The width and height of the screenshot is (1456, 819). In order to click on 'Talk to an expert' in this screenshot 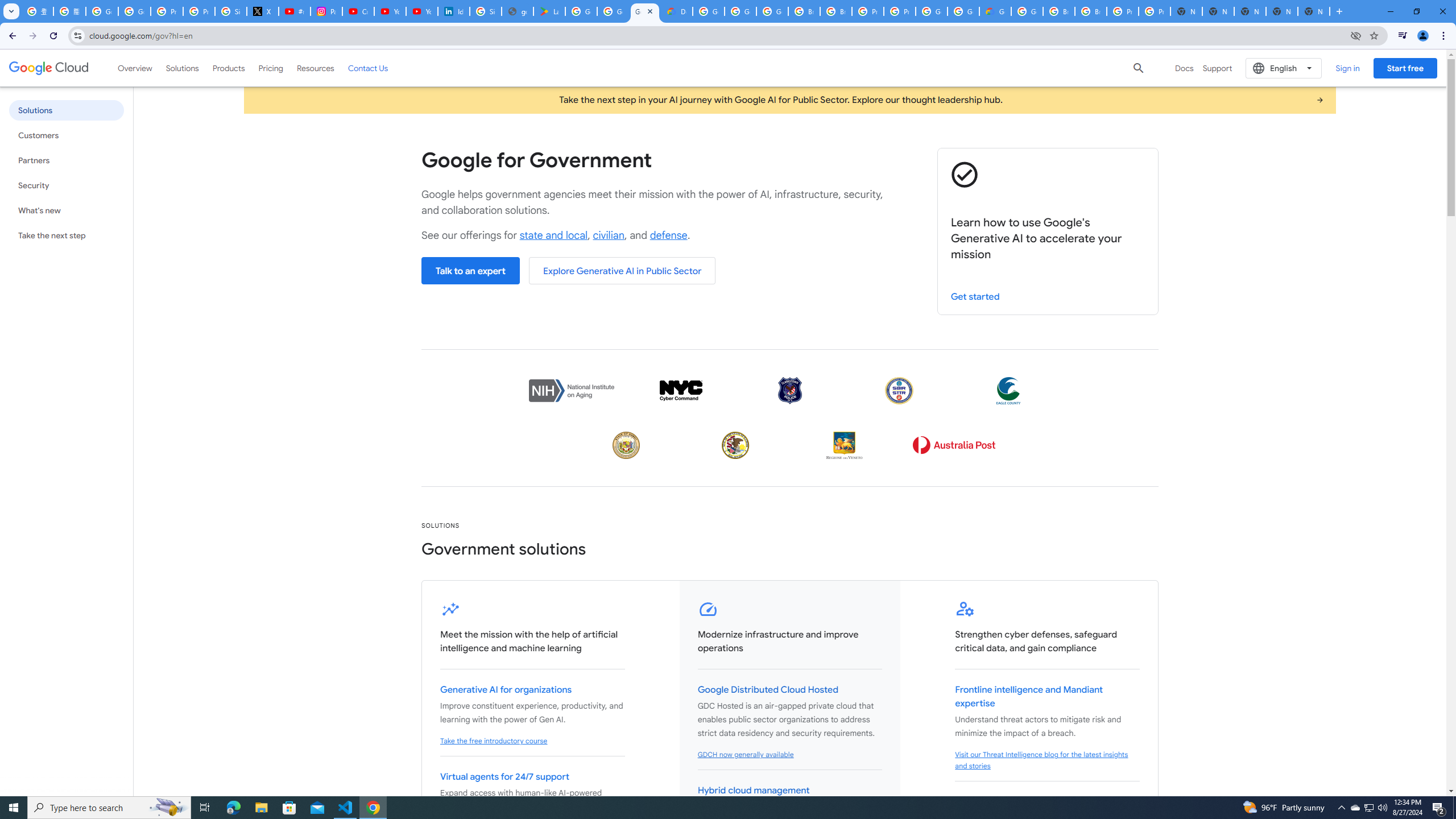, I will do `click(470, 270)`.